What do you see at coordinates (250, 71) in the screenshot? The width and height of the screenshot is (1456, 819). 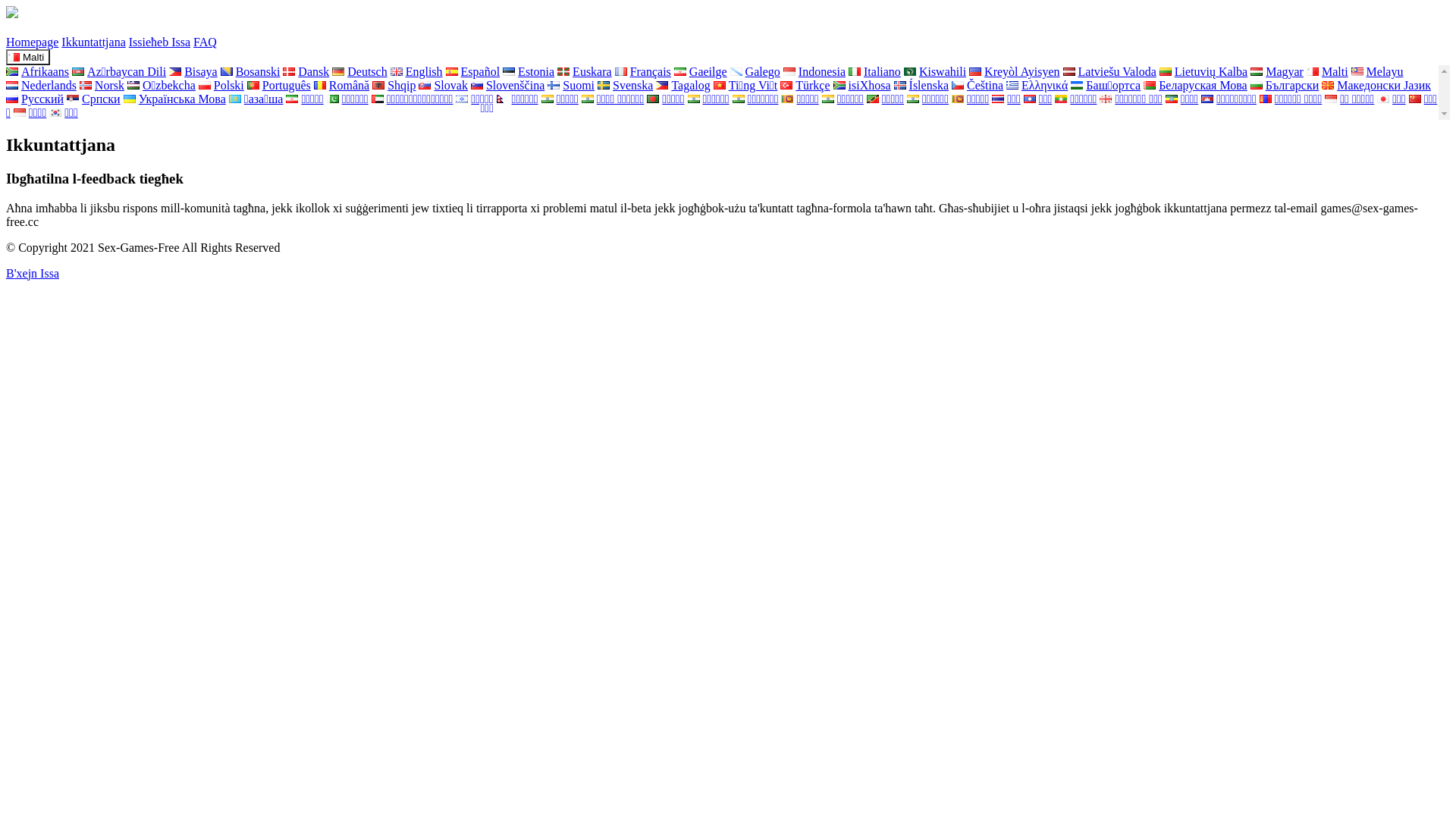 I see `'Bosanski'` at bounding box center [250, 71].